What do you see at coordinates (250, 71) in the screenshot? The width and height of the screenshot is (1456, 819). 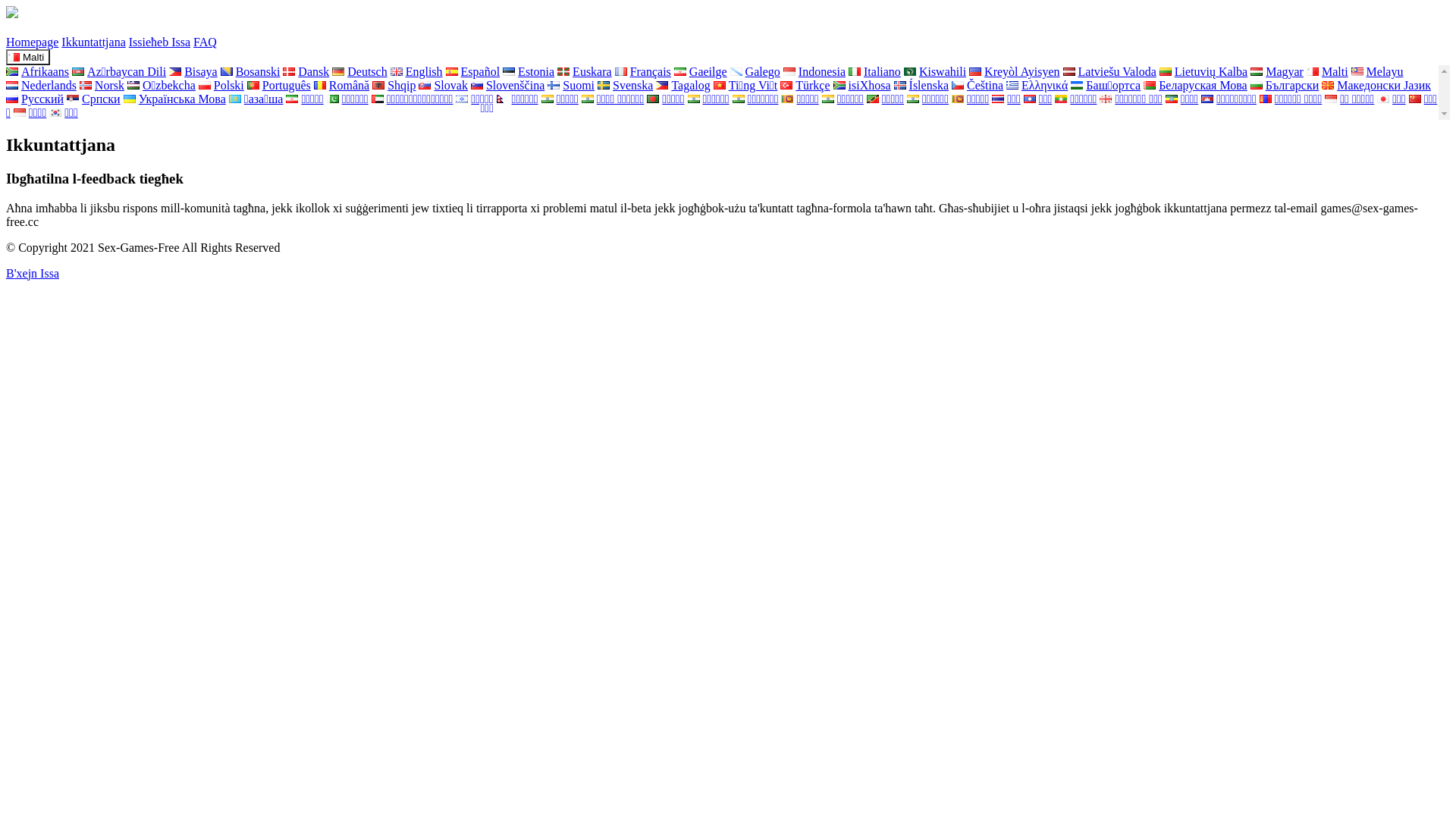 I see `'Bosanski'` at bounding box center [250, 71].